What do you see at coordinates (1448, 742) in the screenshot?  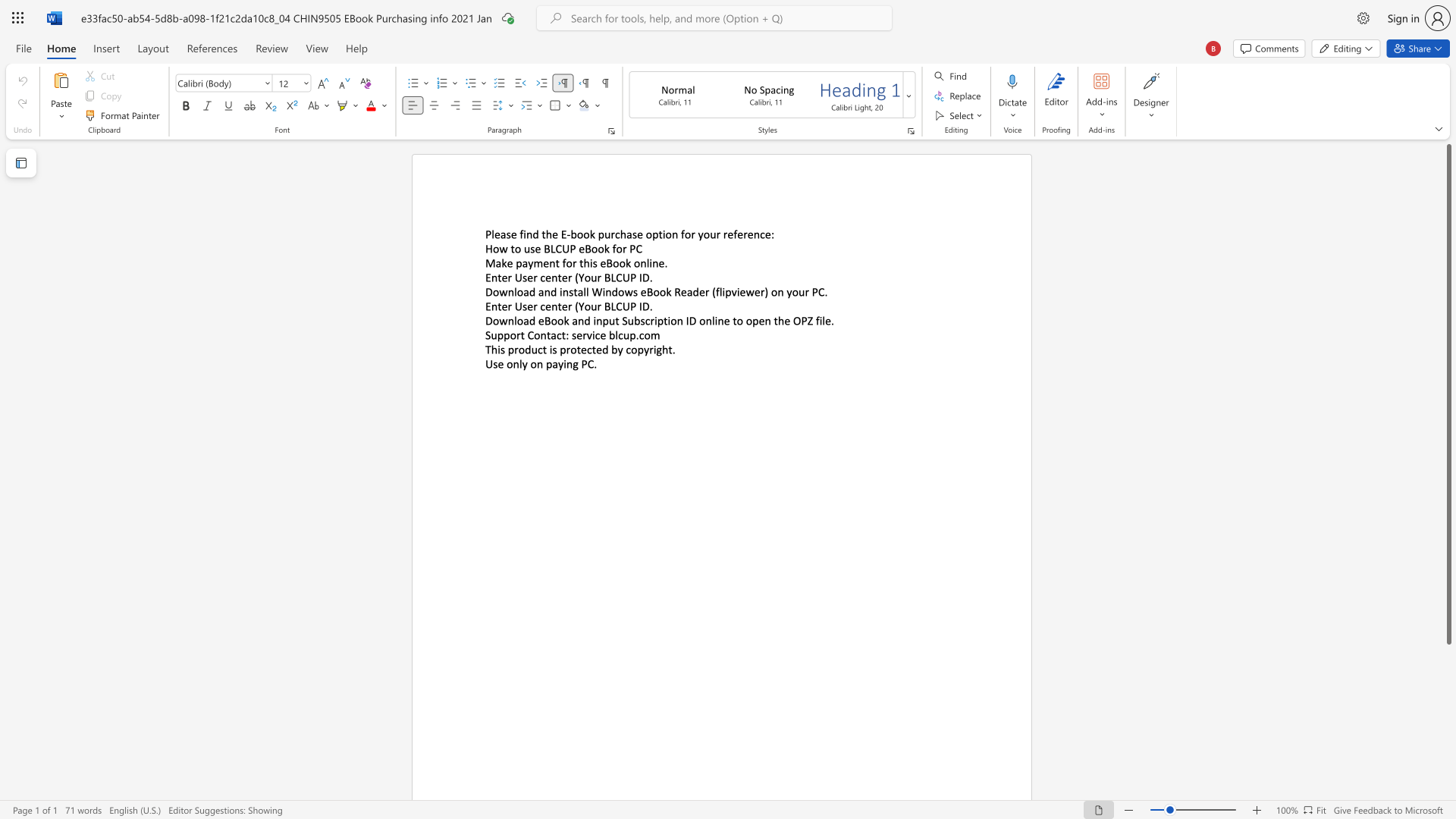 I see `the scrollbar to slide the page down` at bounding box center [1448, 742].